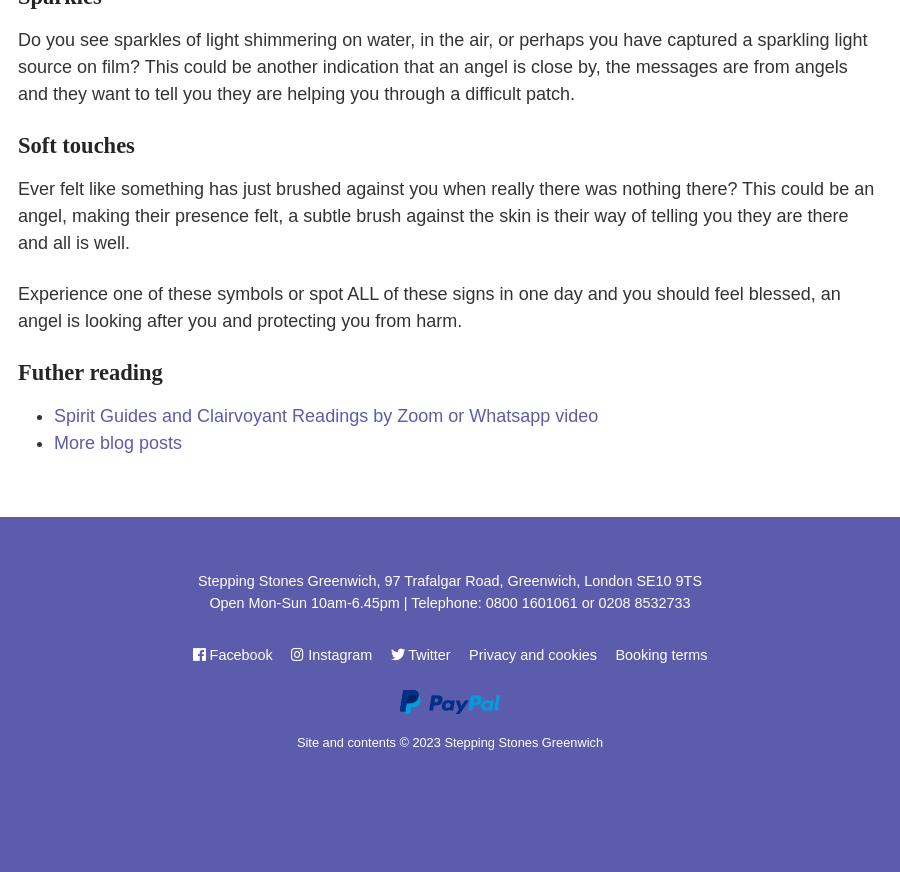  What do you see at coordinates (324, 416) in the screenshot?
I see `'Spirit Guides and Clairvoyant Readings by Zoom or Whatsapp video'` at bounding box center [324, 416].